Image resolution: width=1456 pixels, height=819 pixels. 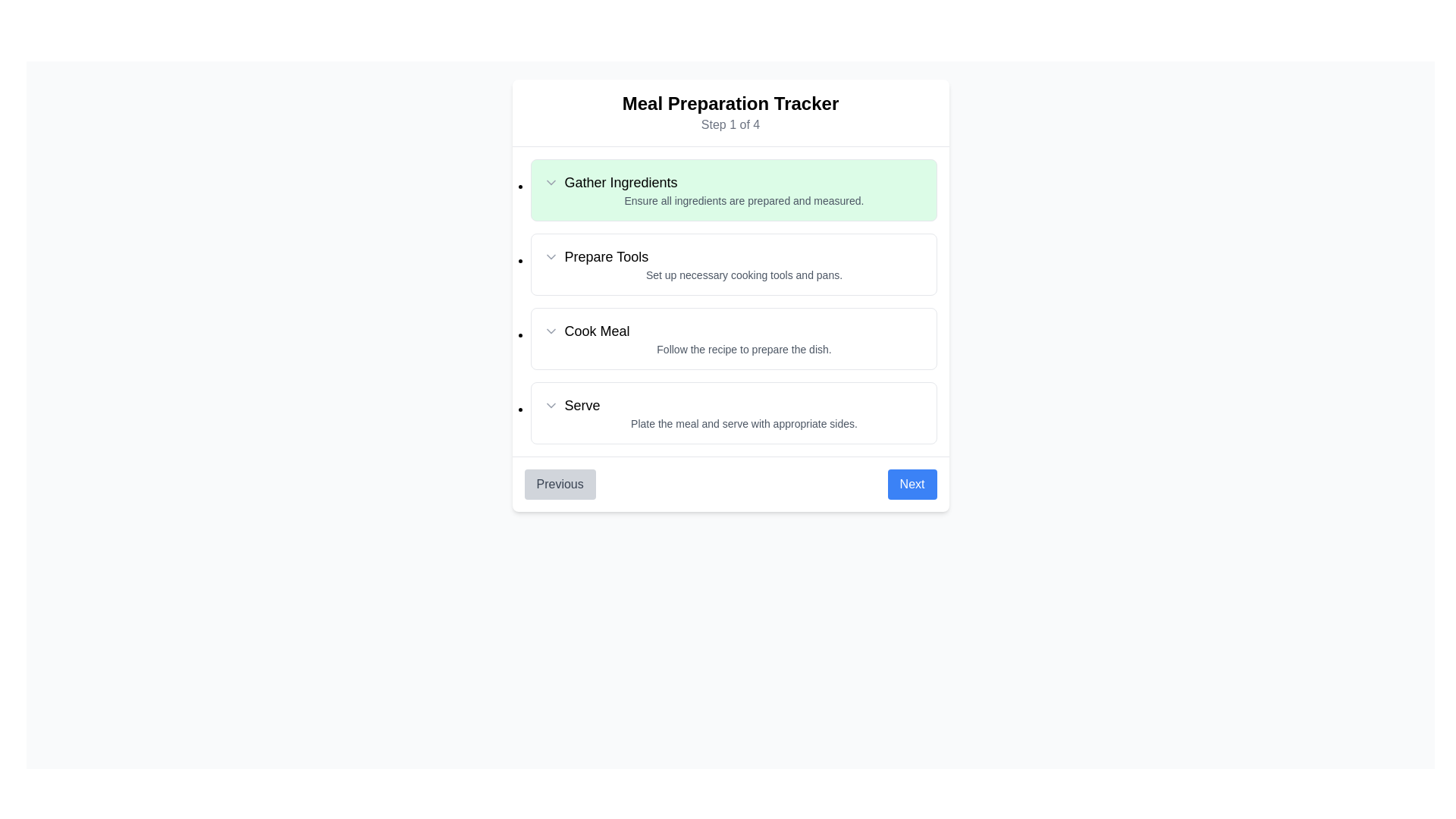 I want to click on the supplementary instructional text below the 'Prepare Tools' heading in the step-by-step tracker interface, so click(x=744, y=275).